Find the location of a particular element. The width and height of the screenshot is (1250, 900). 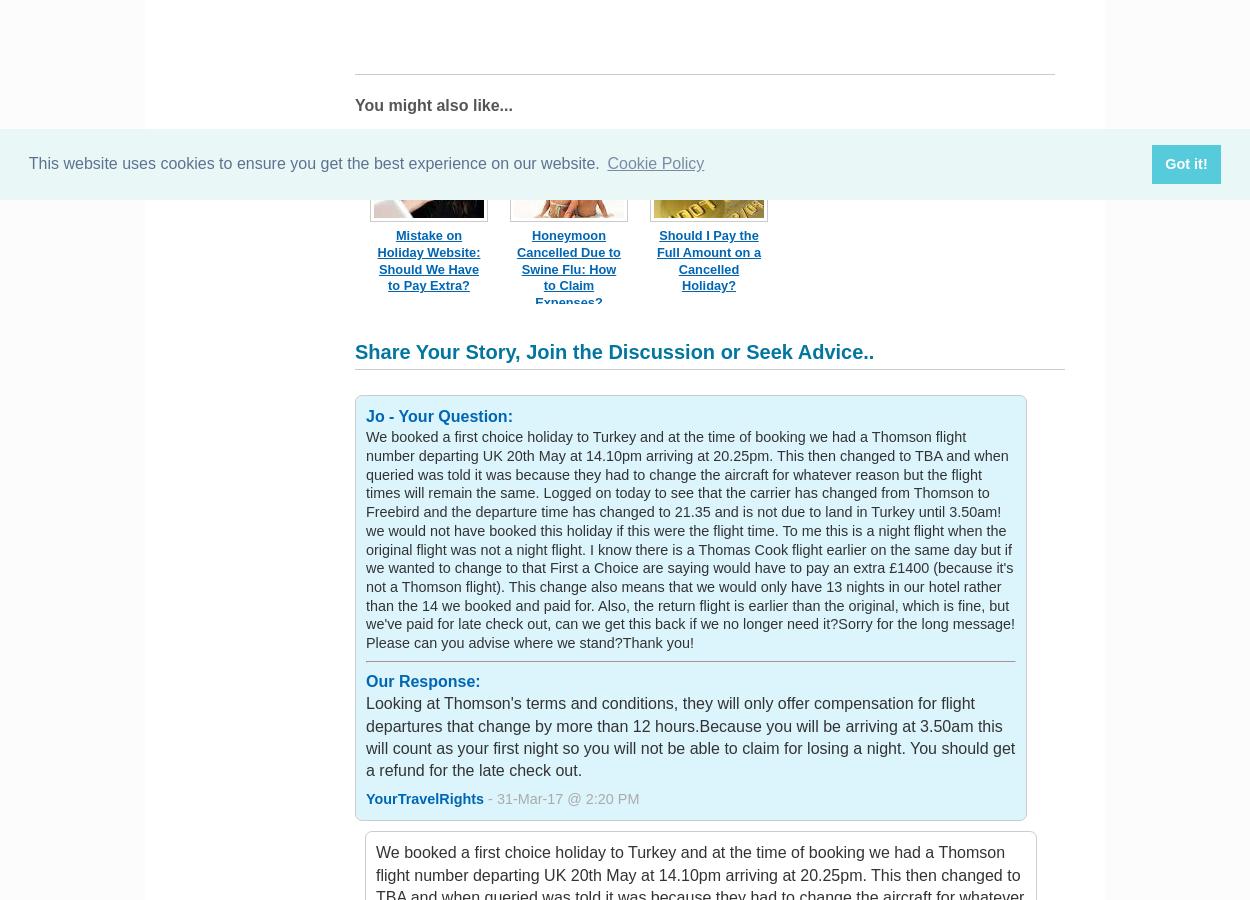

'Cookie Policy' is located at coordinates (655, 163).